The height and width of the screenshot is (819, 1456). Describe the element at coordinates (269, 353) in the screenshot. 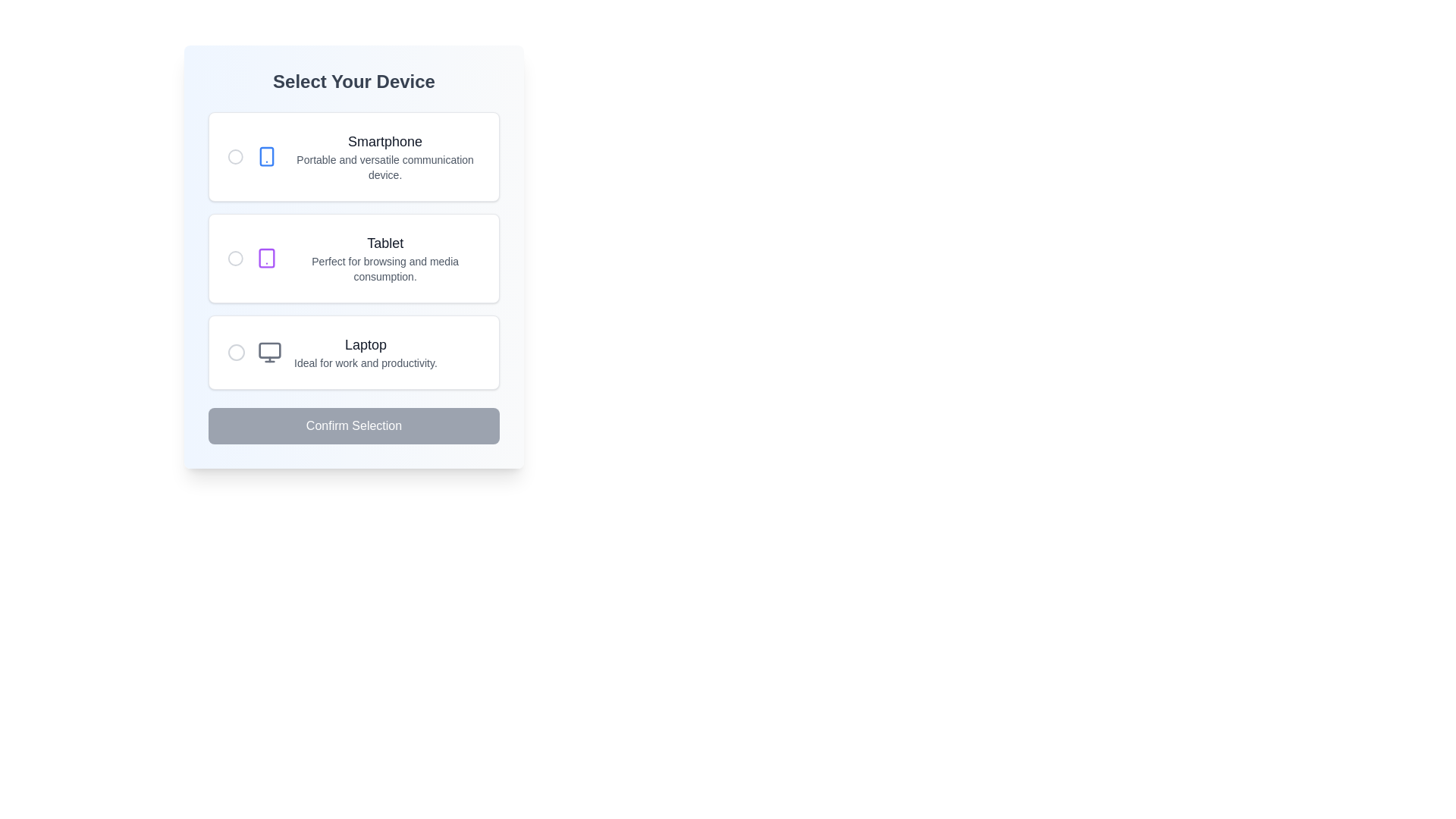

I see `the 'Laptop' icon located to the left of the 'Laptop' text in the third option card of the vertical list` at that location.